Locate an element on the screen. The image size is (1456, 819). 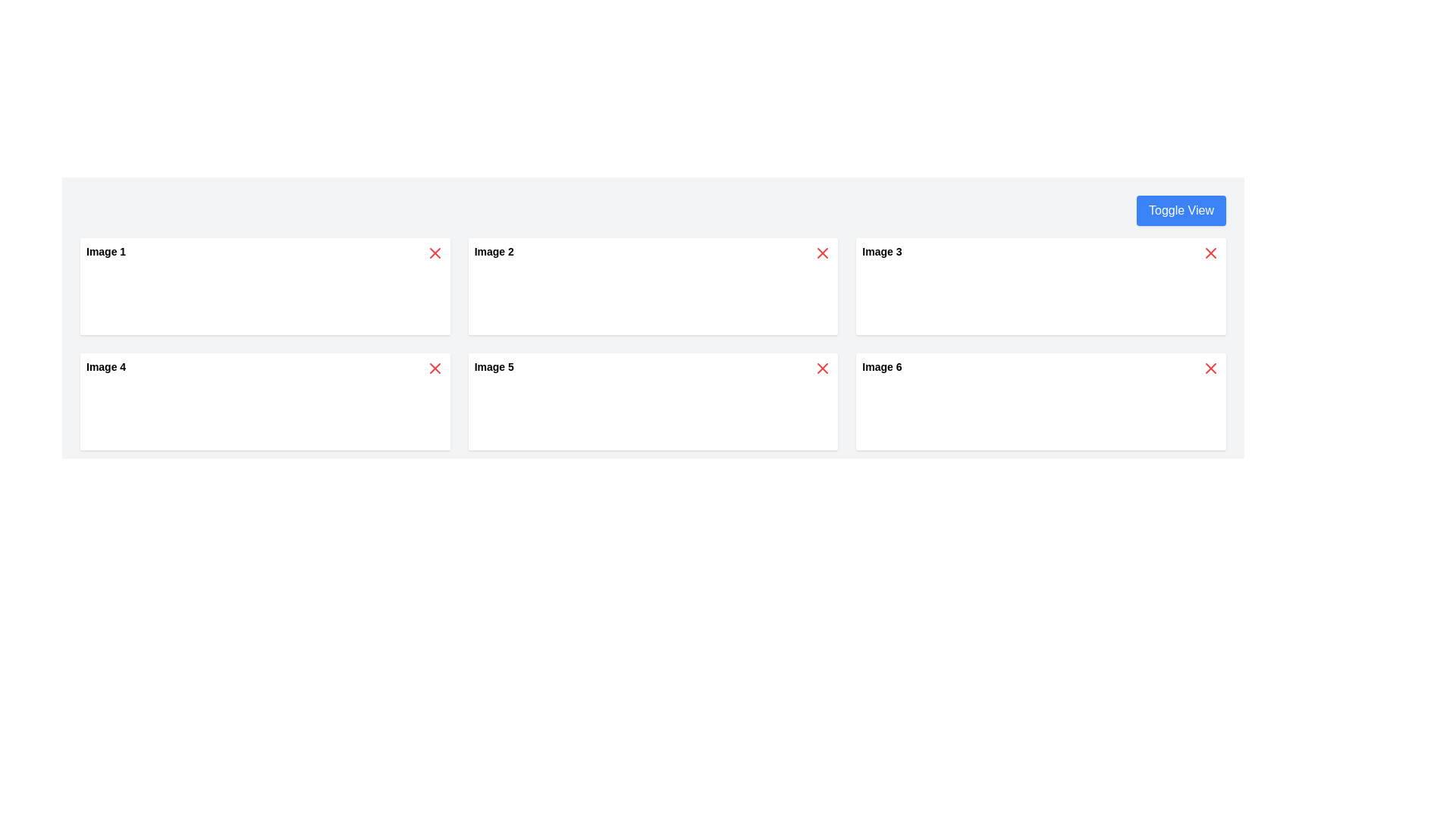
the close icon button located at the top-right corner of the card labeled 'Image 3' is located at coordinates (1210, 253).